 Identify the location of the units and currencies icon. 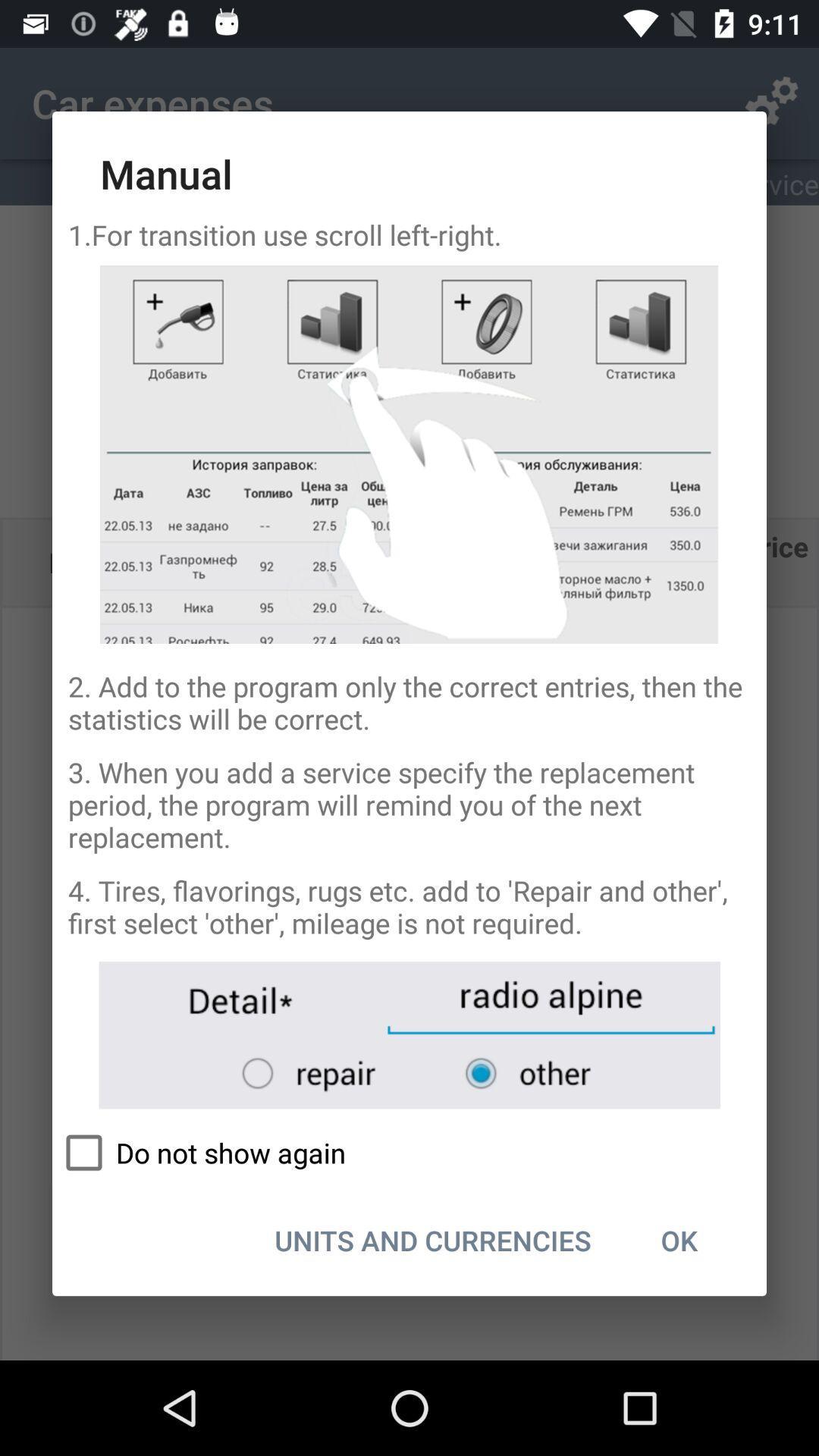
(433, 1240).